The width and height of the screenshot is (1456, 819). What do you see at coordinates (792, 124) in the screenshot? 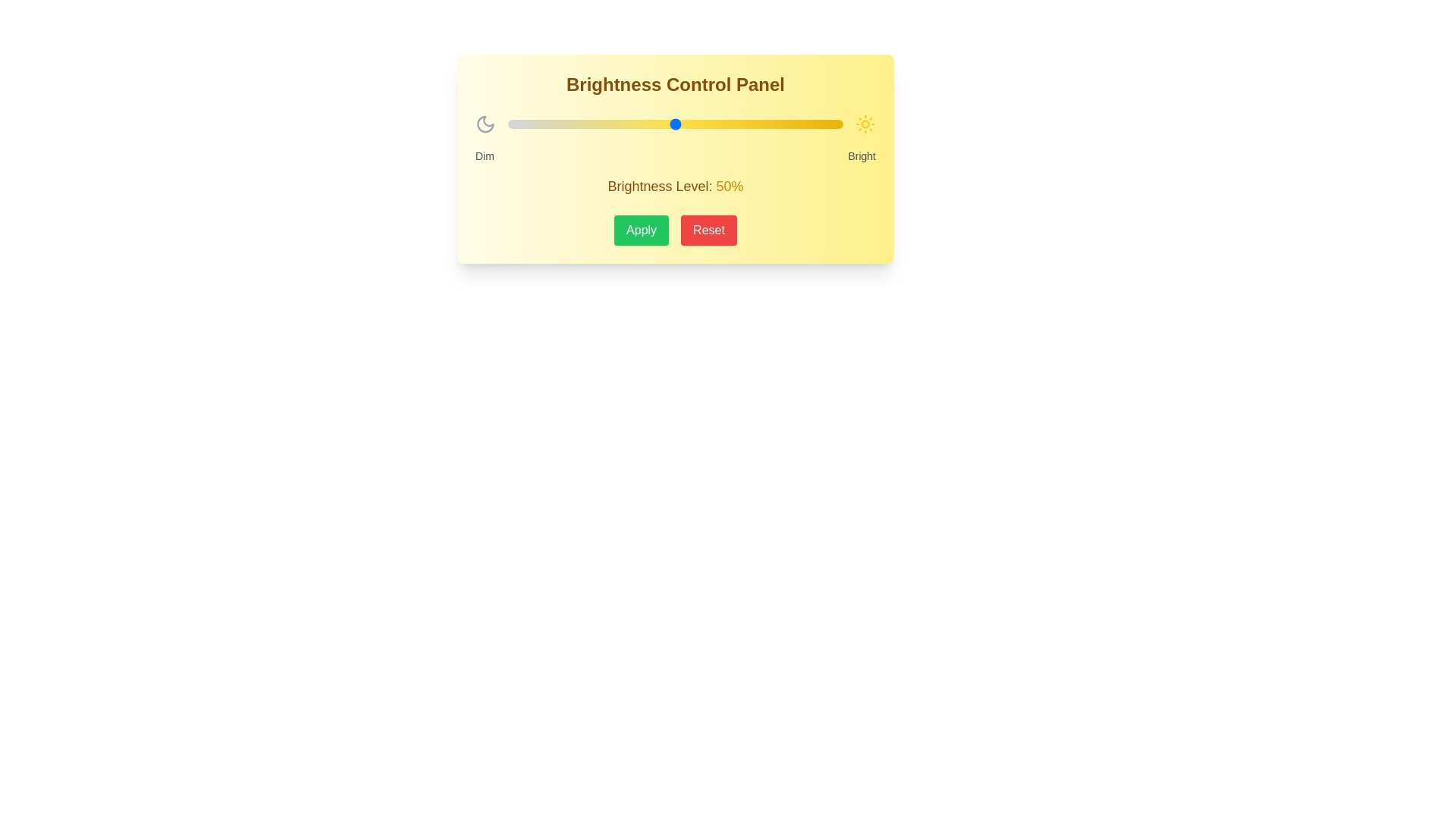
I see `the brightness slider to 85%` at bounding box center [792, 124].